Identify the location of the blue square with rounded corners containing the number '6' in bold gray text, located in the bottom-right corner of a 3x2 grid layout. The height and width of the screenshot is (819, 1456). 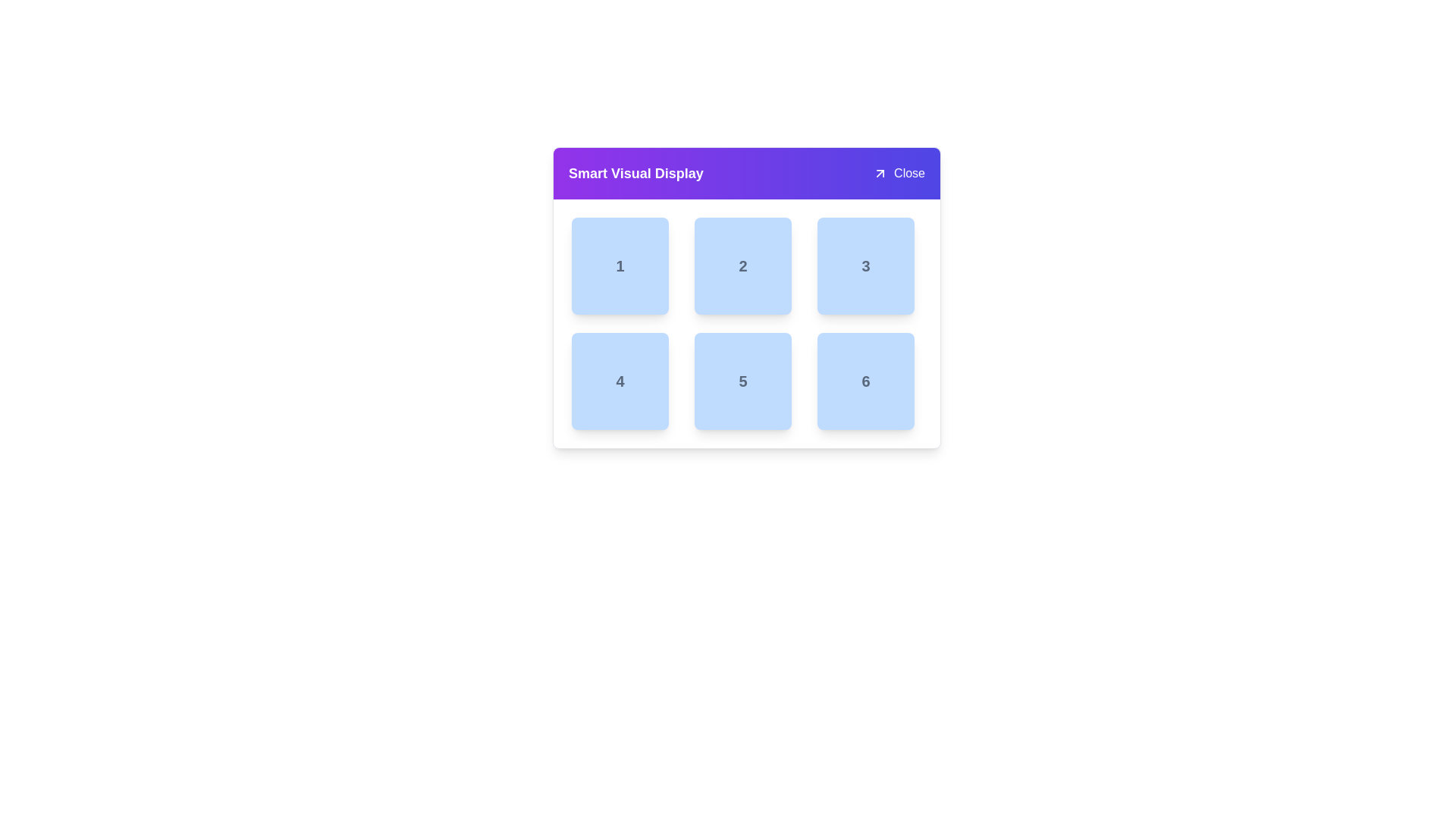
(866, 380).